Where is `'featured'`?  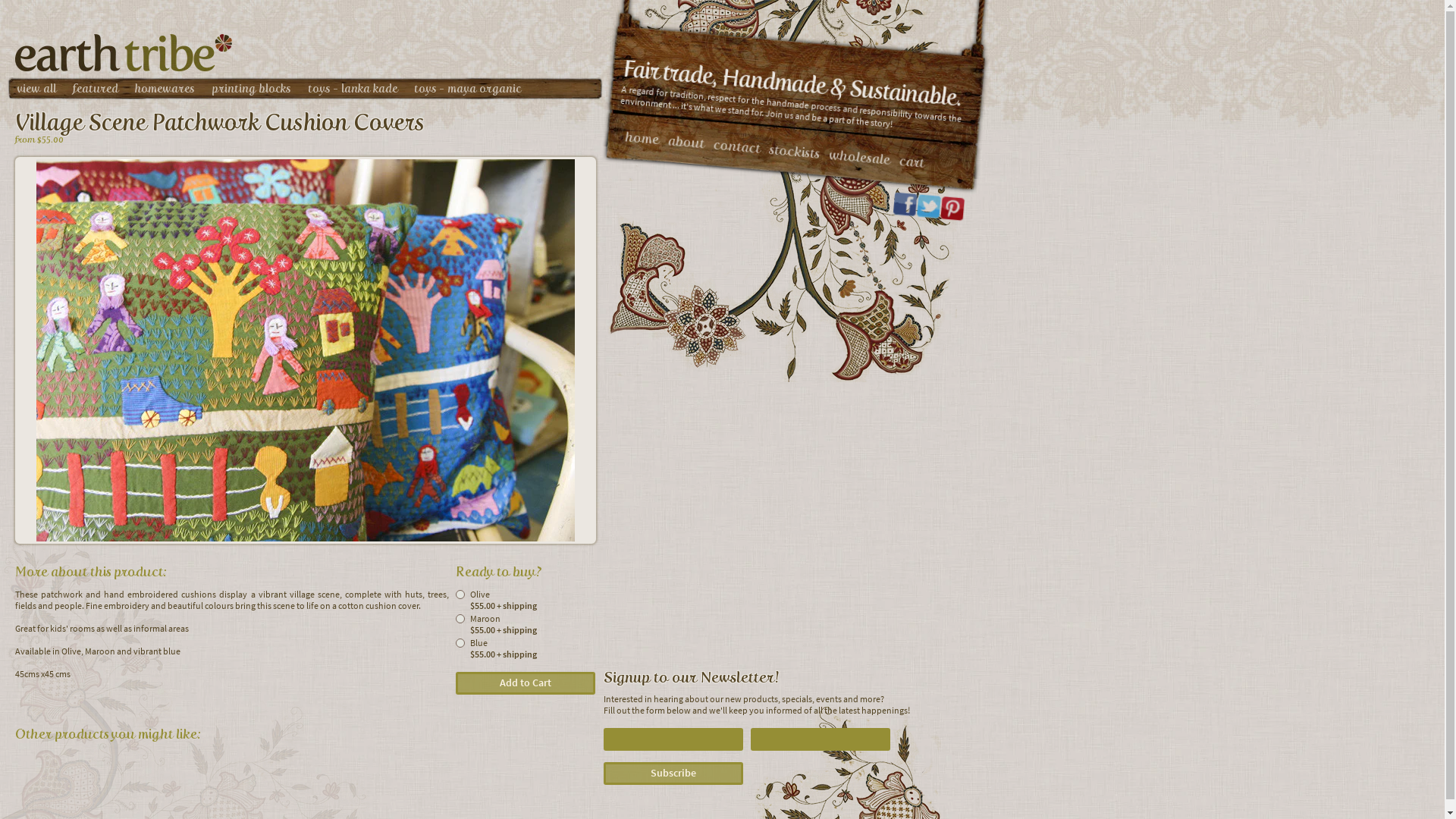
'featured' is located at coordinates (72, 88).